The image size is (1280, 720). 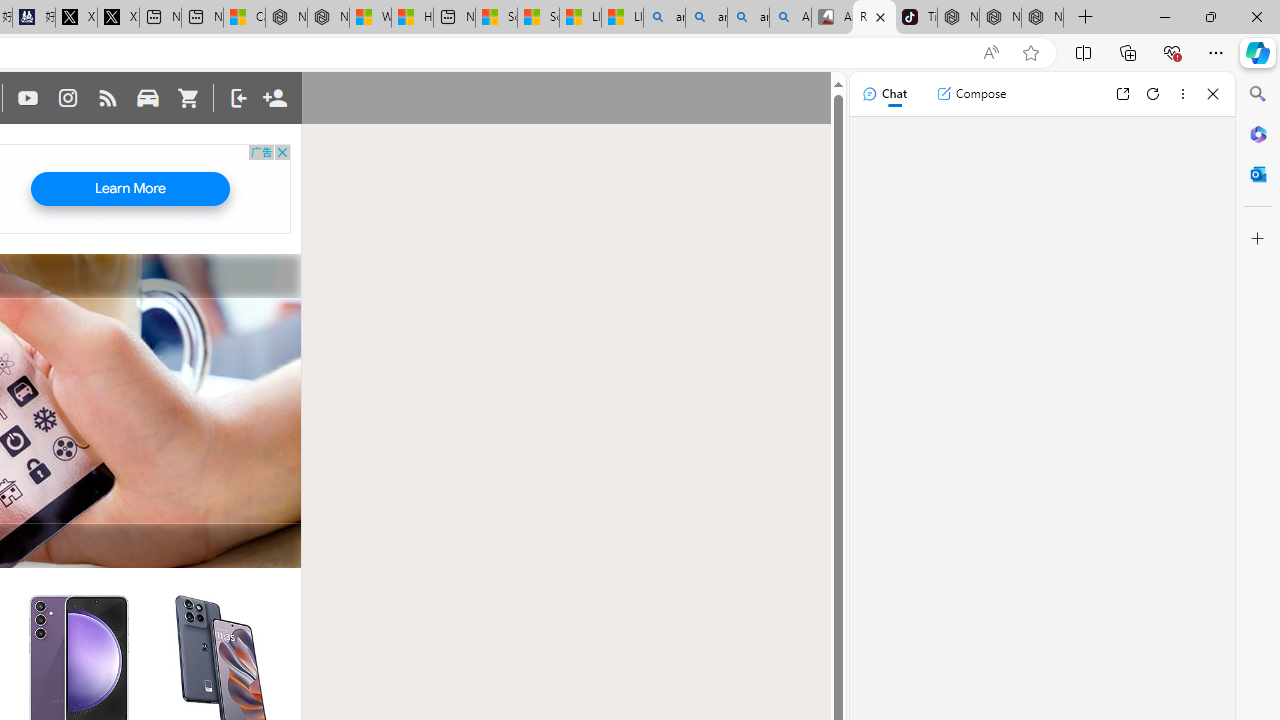 I want to click on 'TikTok', so click(x=915, y=17).